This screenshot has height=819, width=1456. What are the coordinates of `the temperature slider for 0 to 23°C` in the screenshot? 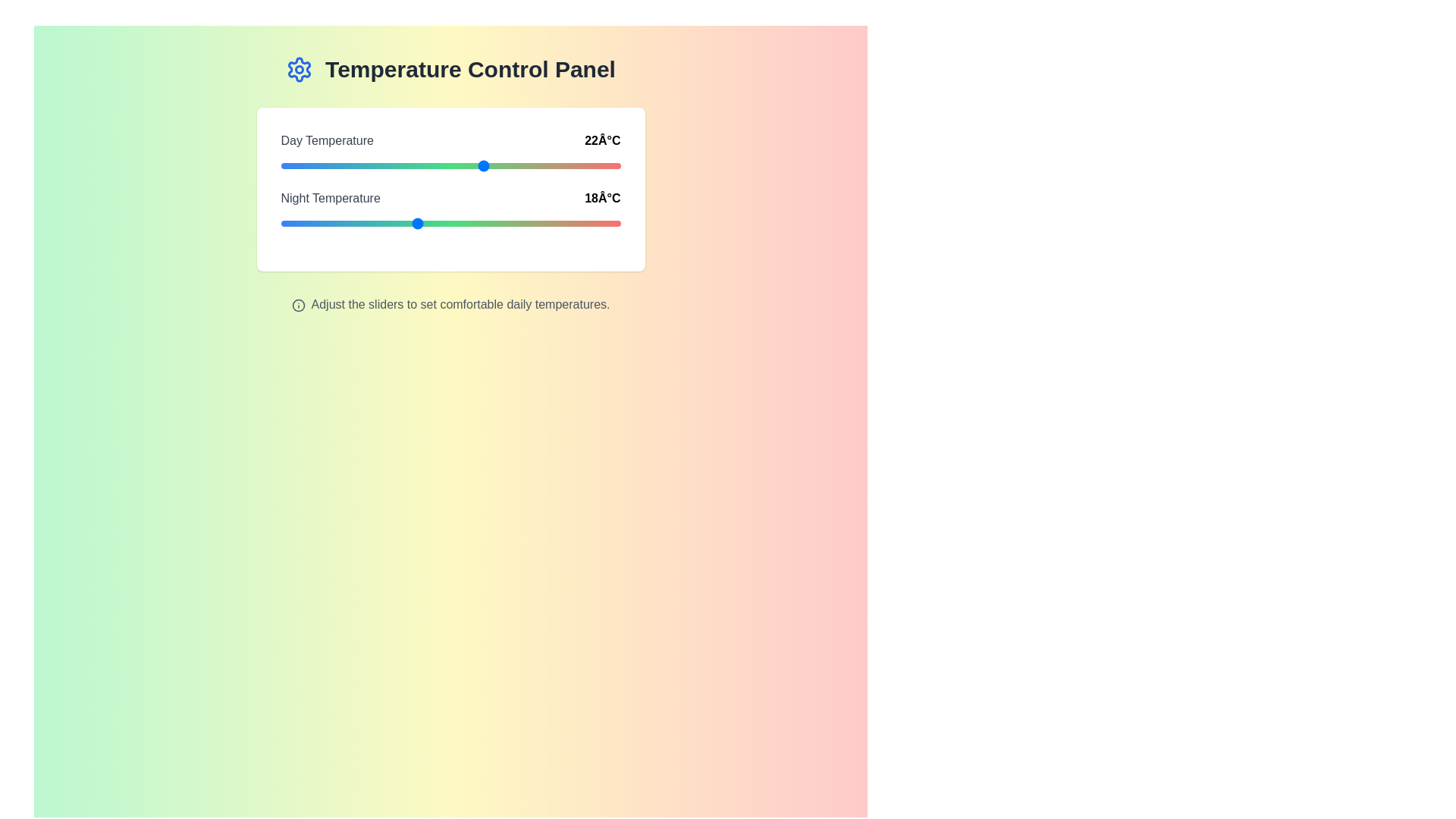 It's located at (501, 166).